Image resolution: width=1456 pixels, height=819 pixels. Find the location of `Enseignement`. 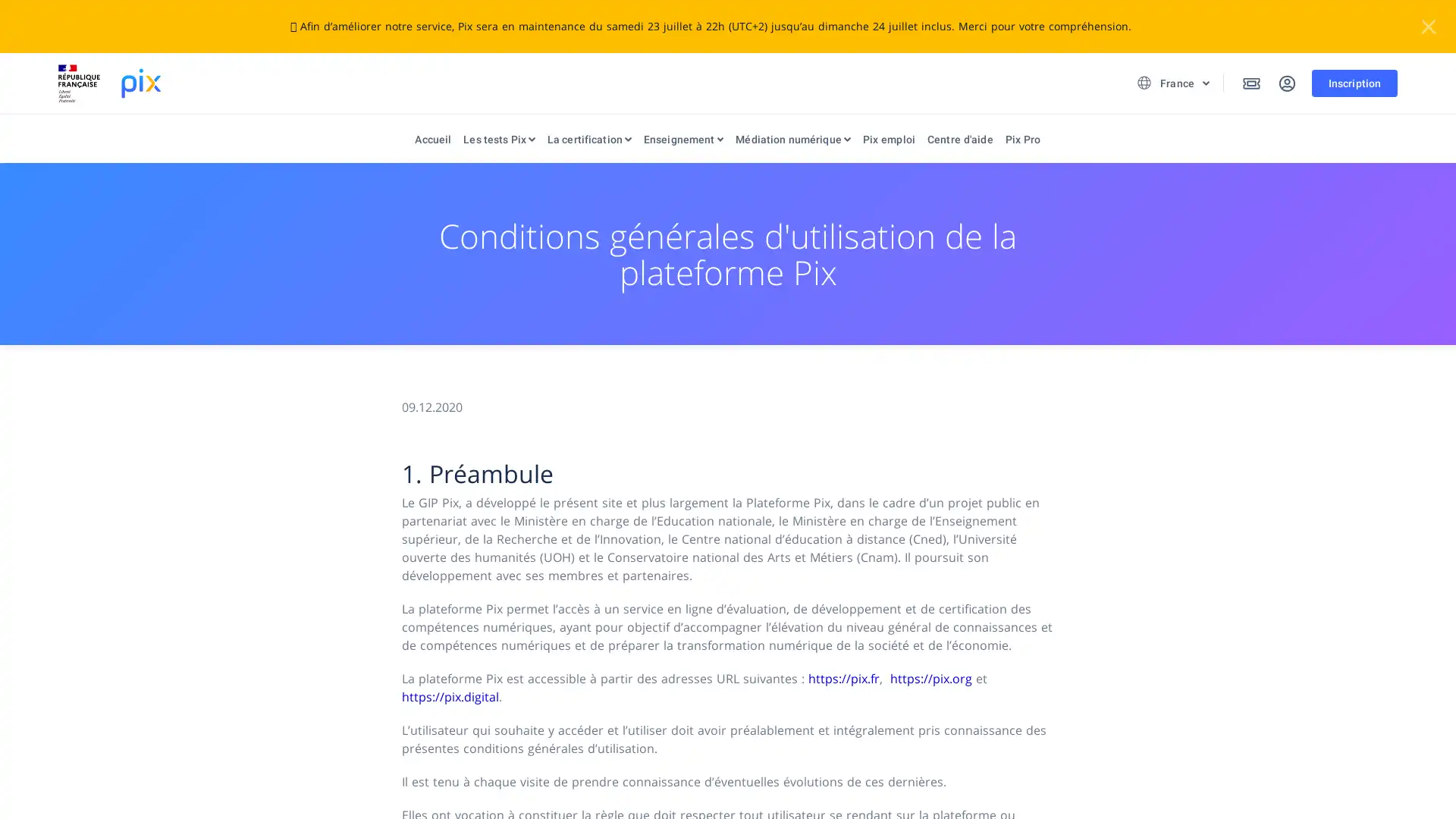

Enseignement is located at coordinates (682, 143).